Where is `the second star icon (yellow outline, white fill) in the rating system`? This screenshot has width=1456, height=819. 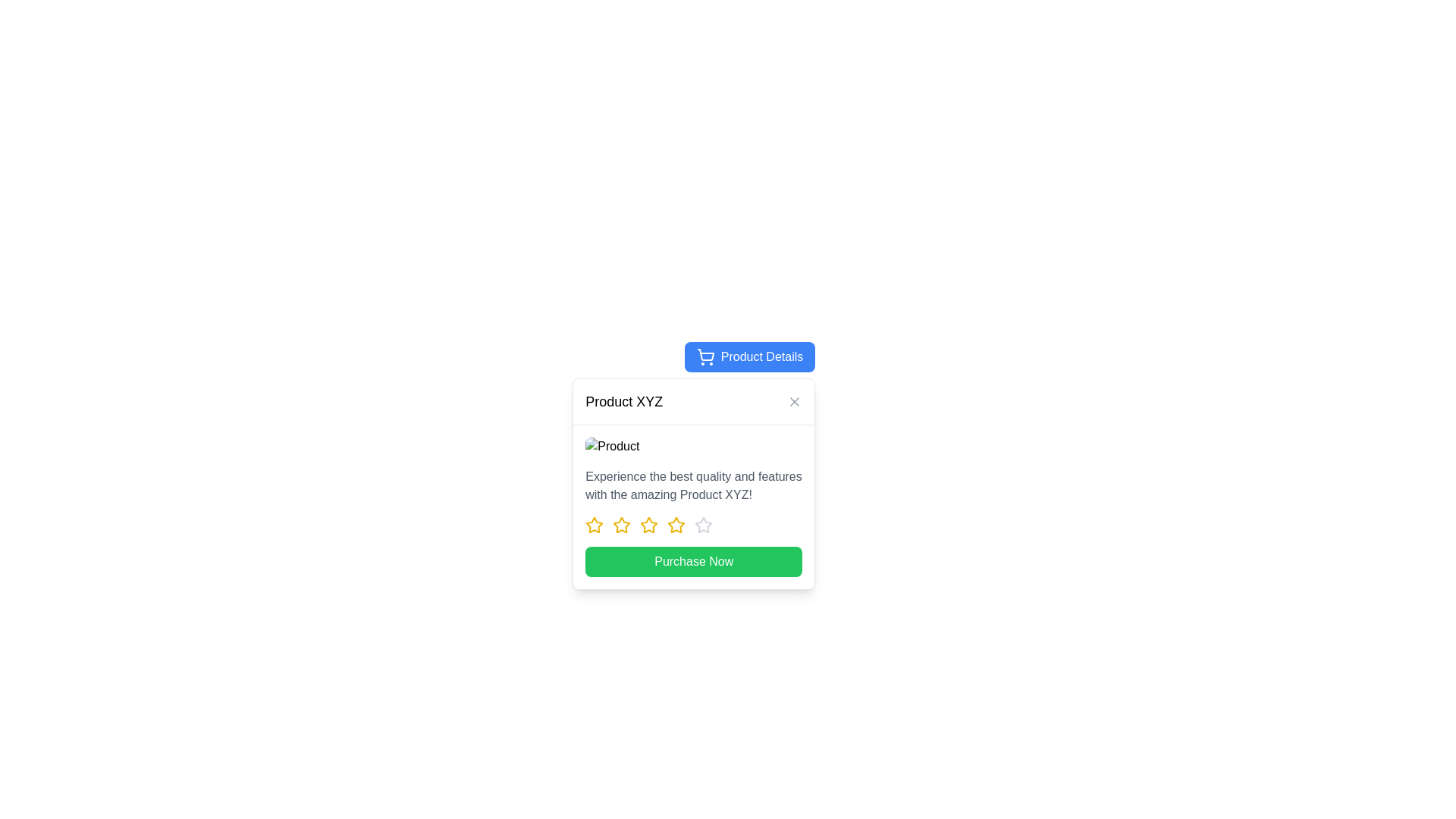 the second star icon (yellow outline, white fill) in the rating system is located at coordinates (622, 524).